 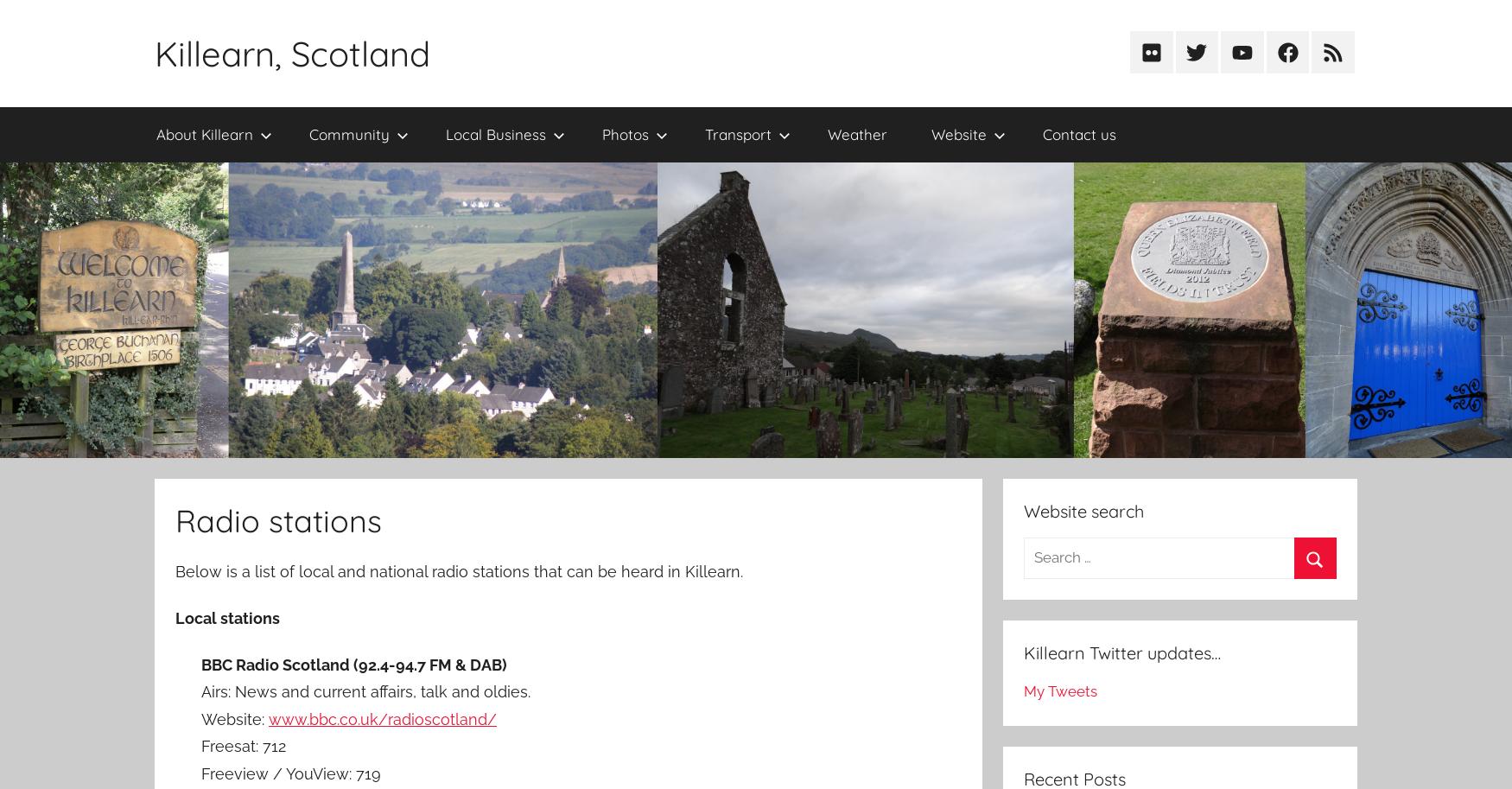 What do you see at coordinates (291, 772) in the screenshot?
I see `'Freeview / YouView: 719'` at bounding box center [291, 772].